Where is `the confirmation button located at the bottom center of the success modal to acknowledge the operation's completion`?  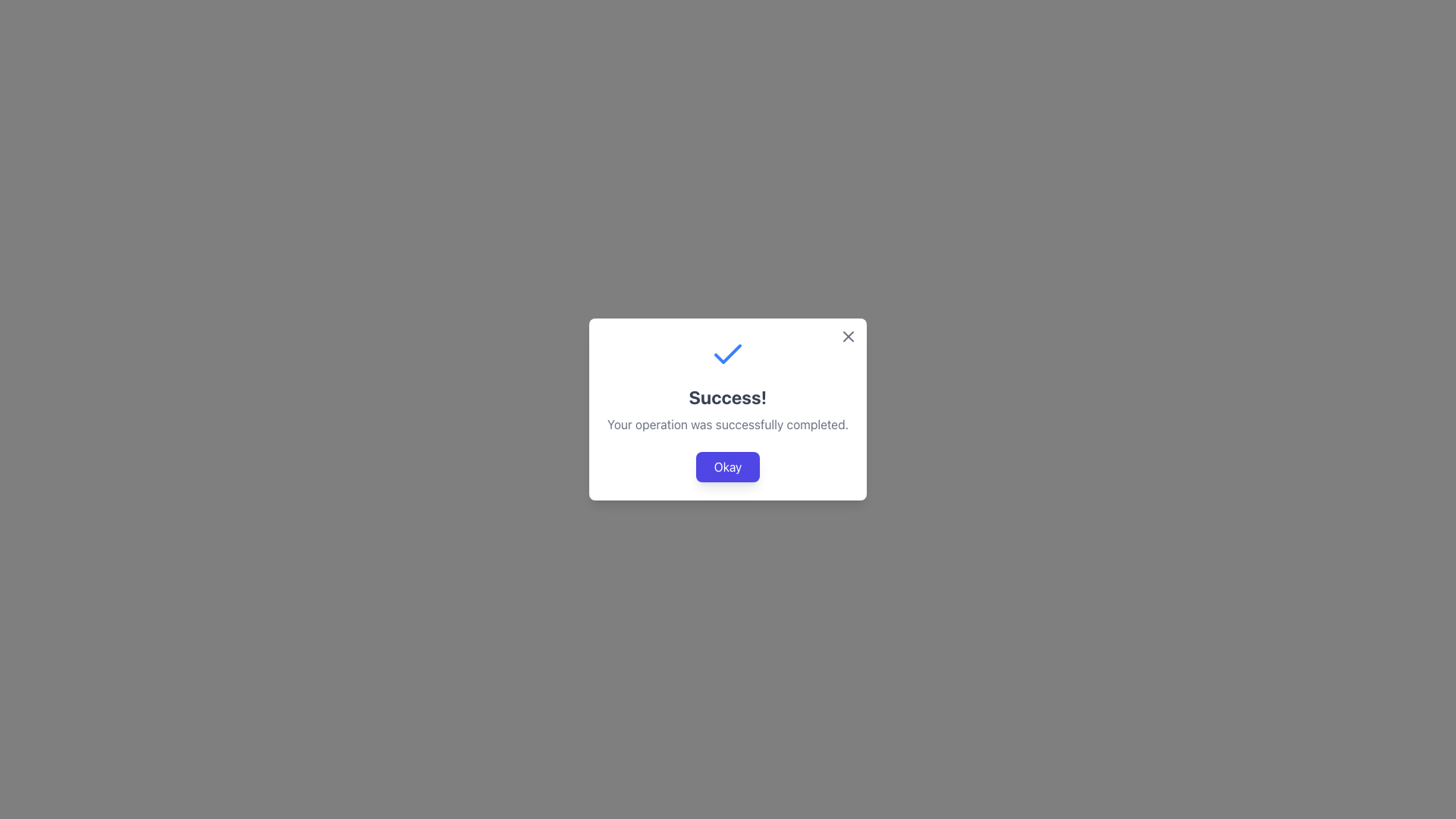
the confirmation button located at the bottom center of the success modal to acknowledge the operation's completion is located at coordinates (728, 466).